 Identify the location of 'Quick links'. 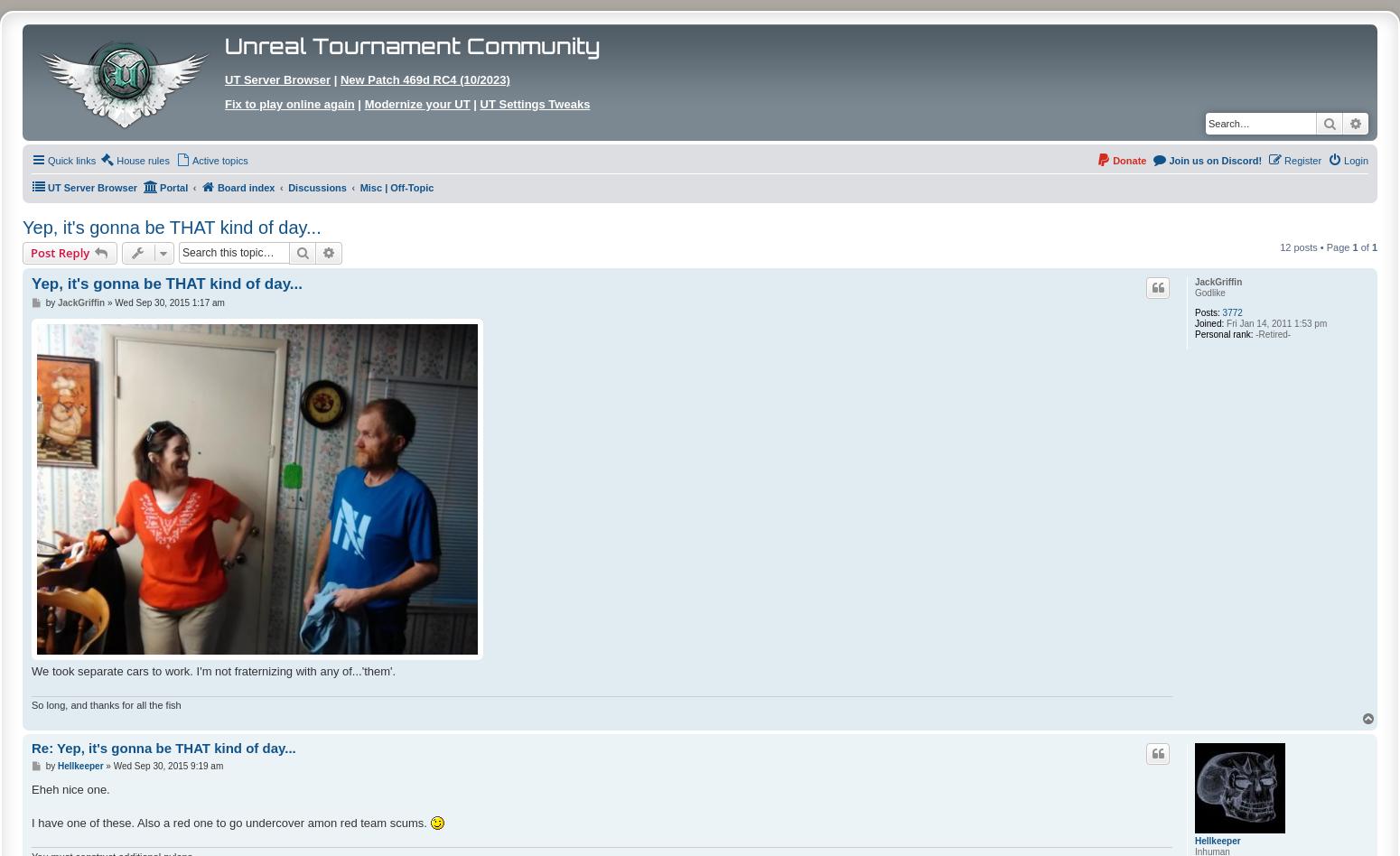
(71, 160).